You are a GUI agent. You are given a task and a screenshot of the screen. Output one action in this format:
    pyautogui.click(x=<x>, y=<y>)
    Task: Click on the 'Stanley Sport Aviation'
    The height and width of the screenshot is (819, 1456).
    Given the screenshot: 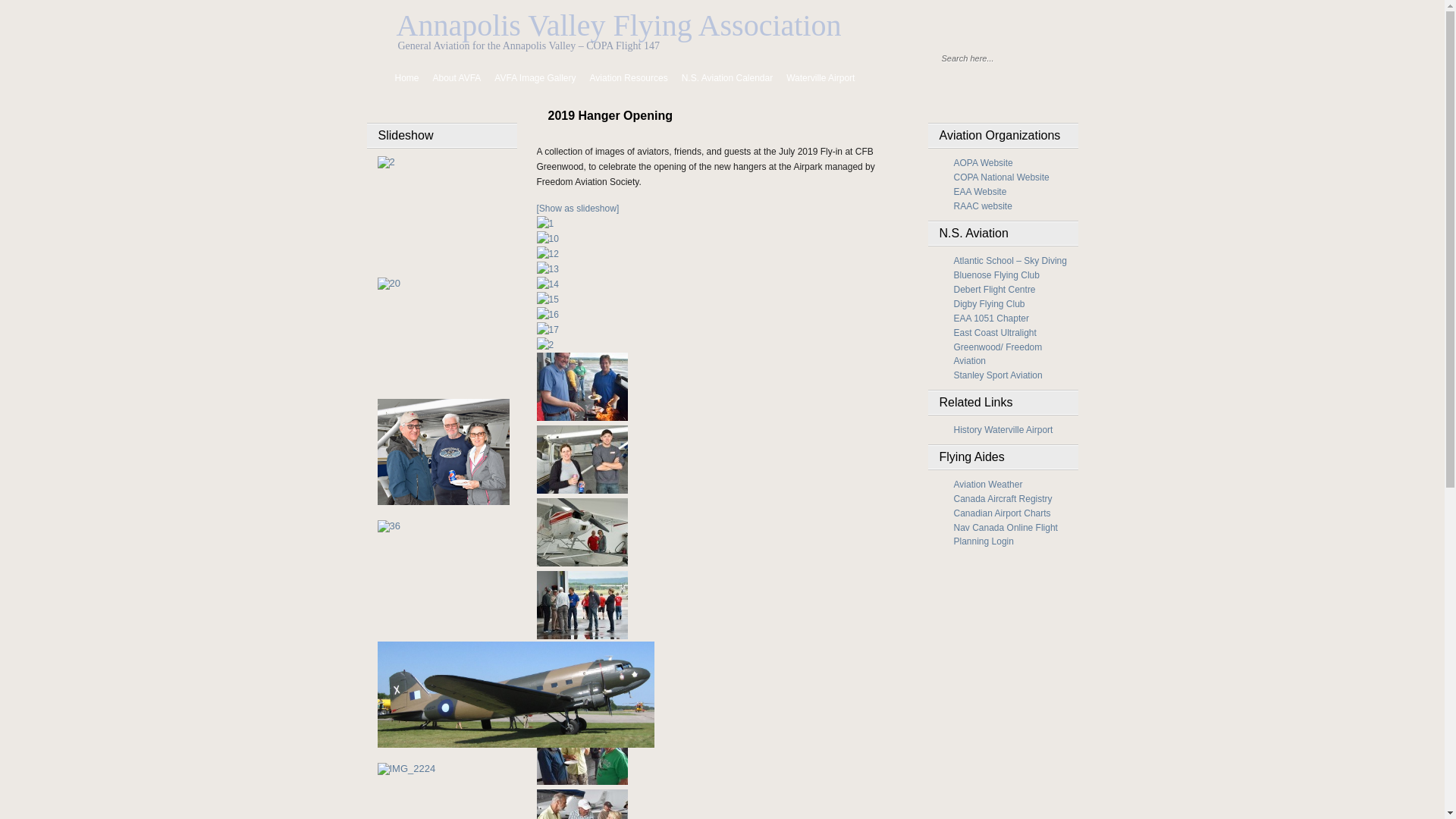 What is the action you would take?
    pyautogui.click(x=998, y=375)
    